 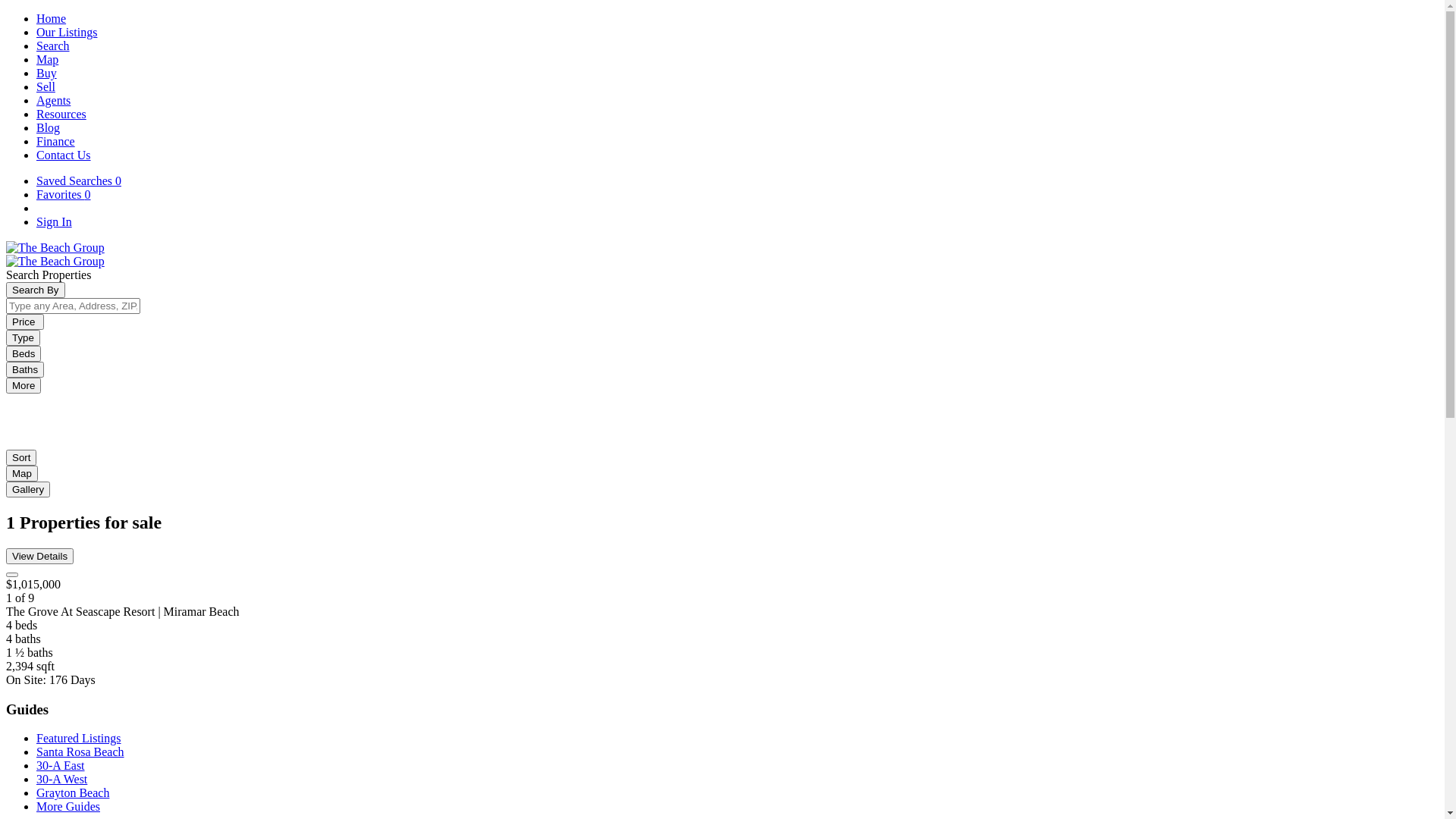 I want to click on 'Santa Rosa Beach', so click(x=79, y=752).